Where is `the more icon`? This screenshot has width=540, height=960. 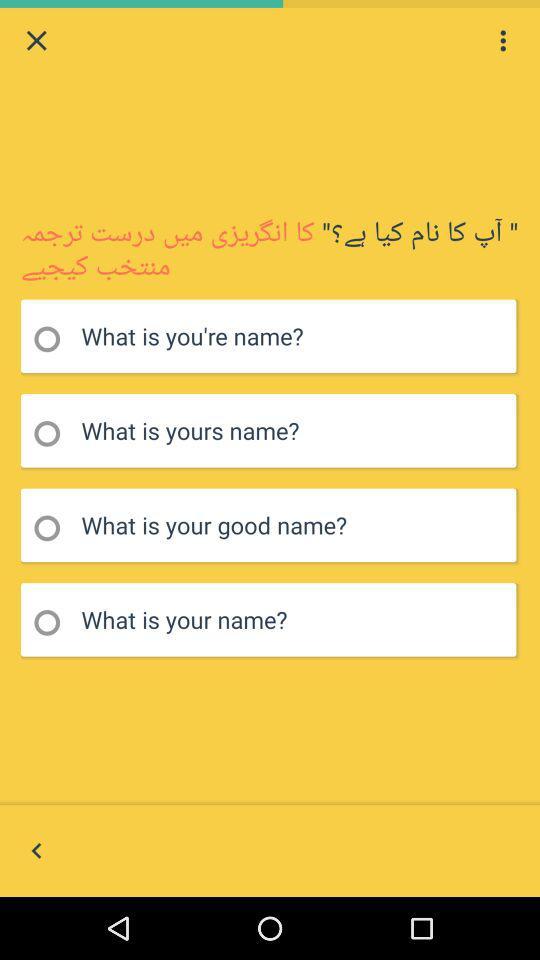 the more icon is located at coordinates (502, 42).